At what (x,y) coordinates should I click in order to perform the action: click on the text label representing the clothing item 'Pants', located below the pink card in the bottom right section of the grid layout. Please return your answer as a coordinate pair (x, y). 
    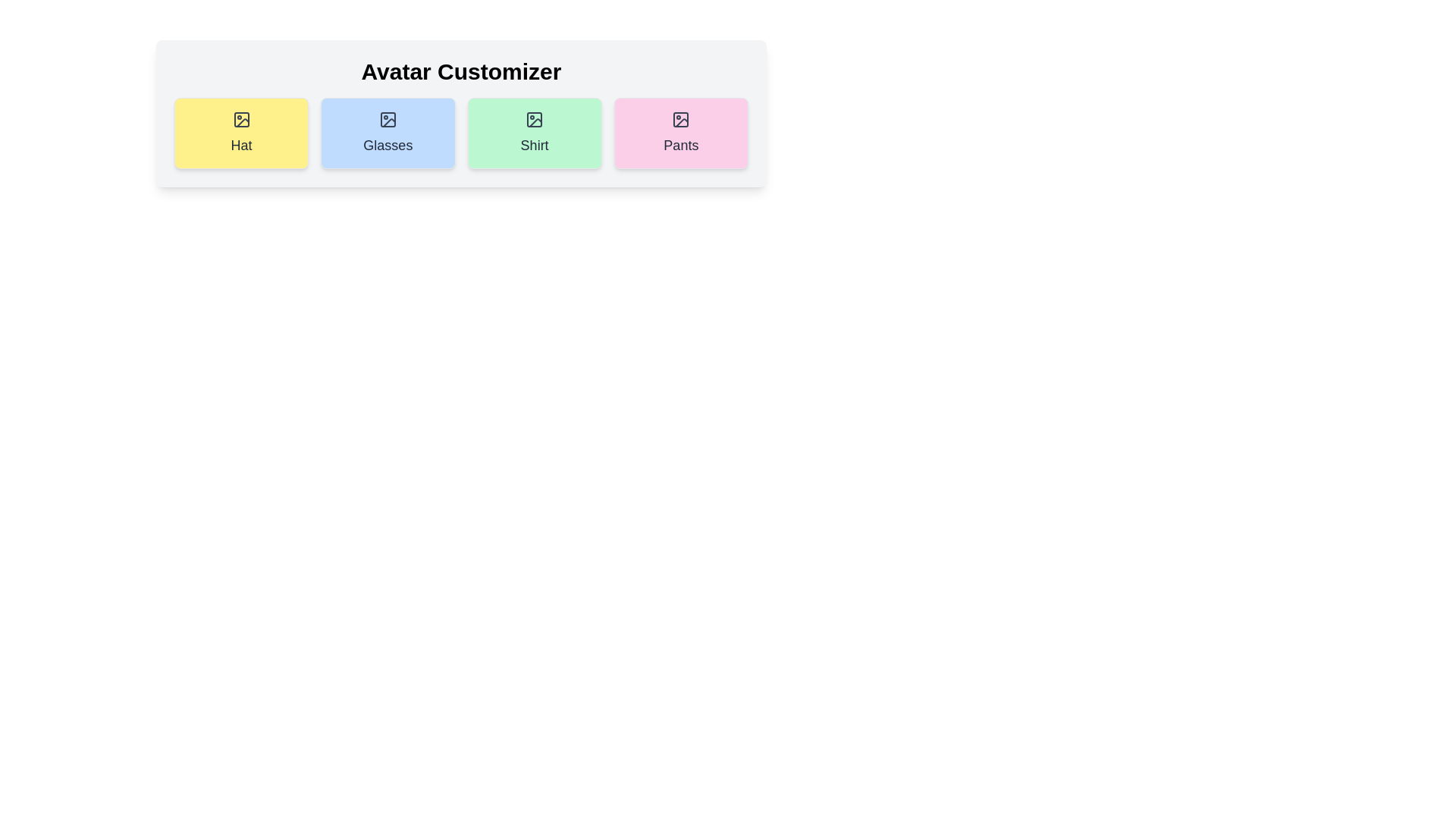
    Looking at the image, I should click on (680, 146).